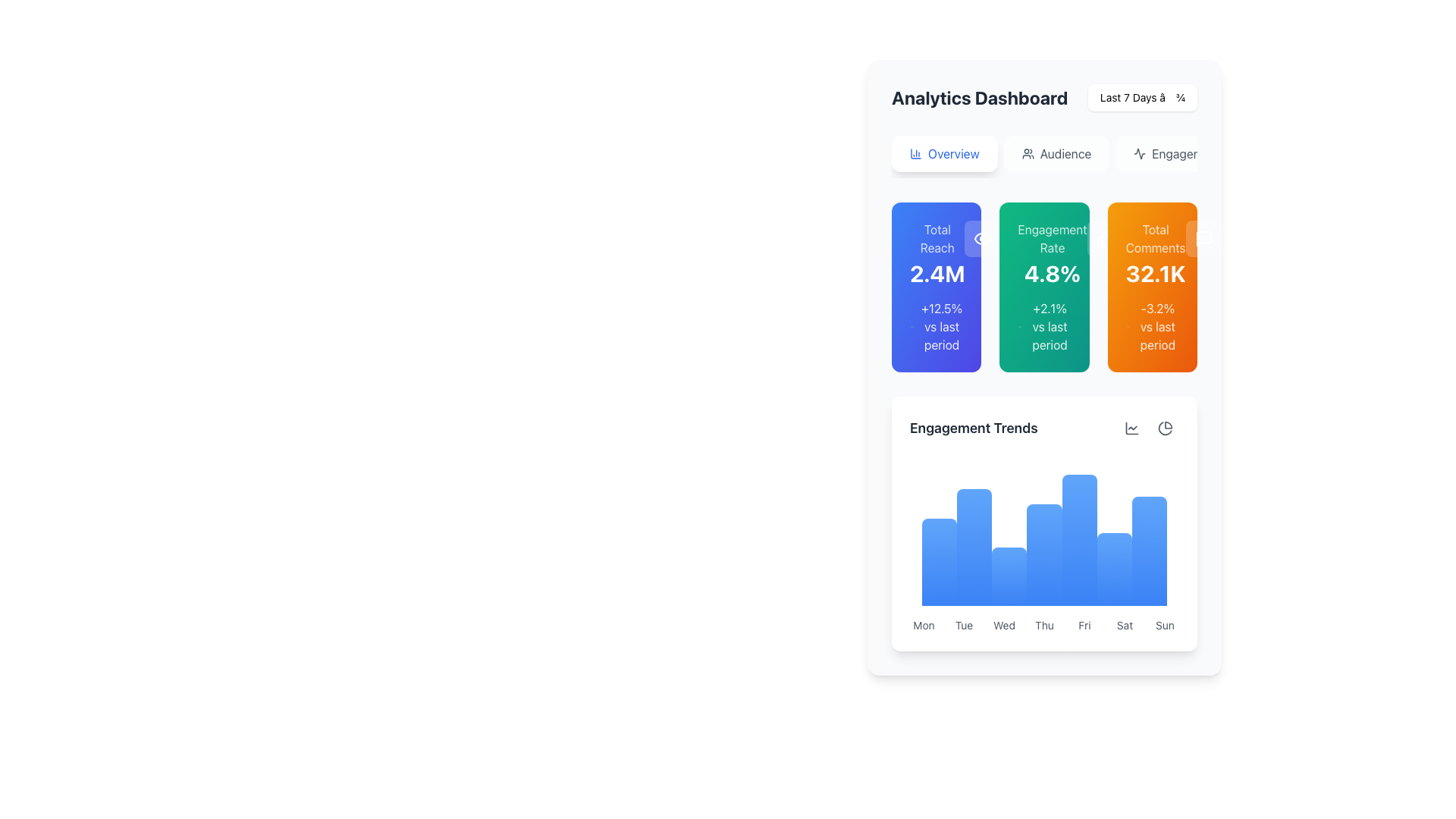 The width and height of the screenshot is (1456, 819). What do you see at coordinates (1131, 428) in the screenshot?
I see `the icon resembling a line chart pattern located above the interactive segment` at bounding box center [1131, 428].